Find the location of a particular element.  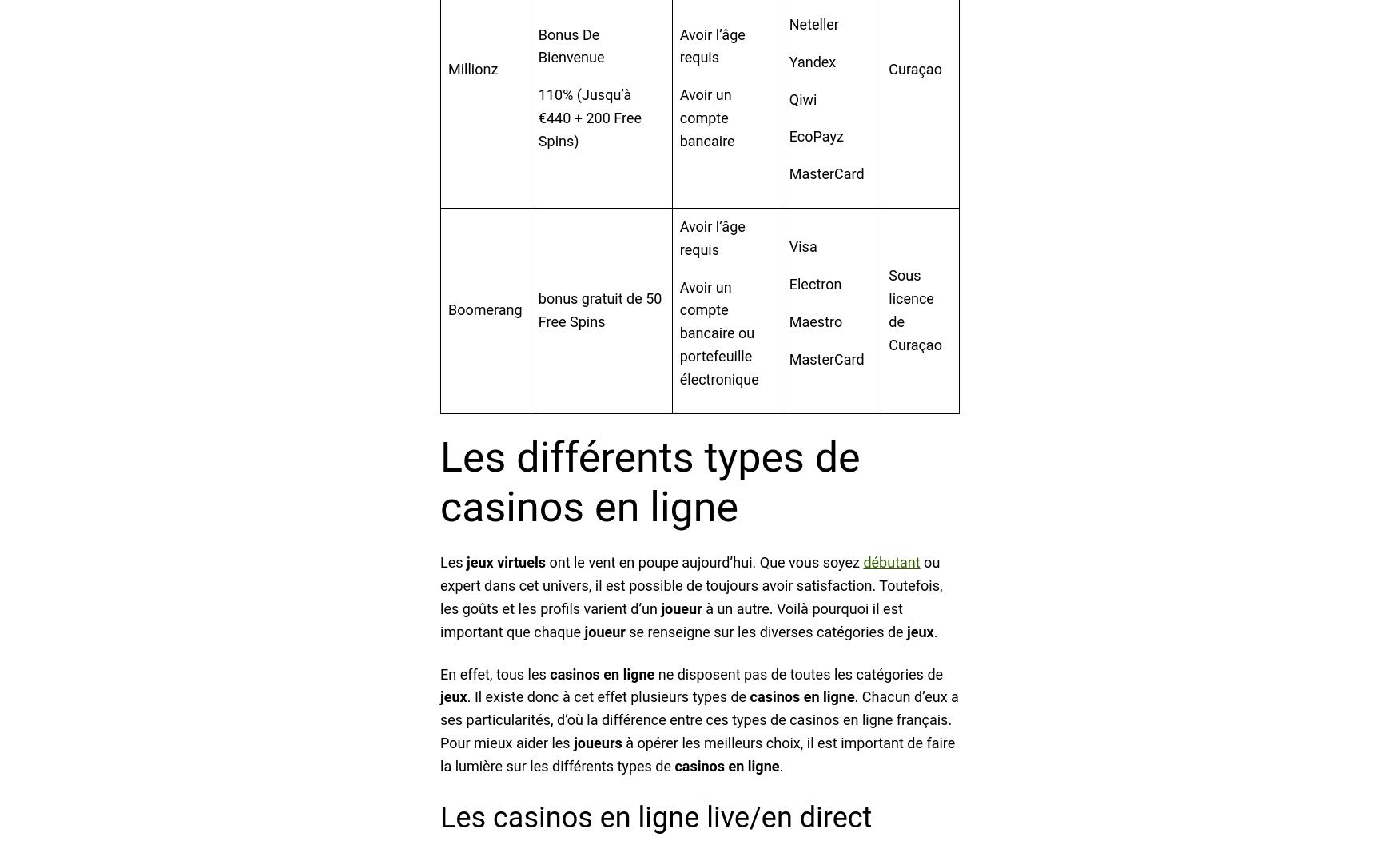

'. Il existe donc à cet effet plusieurs types de' is located at coordinates (608, 696).